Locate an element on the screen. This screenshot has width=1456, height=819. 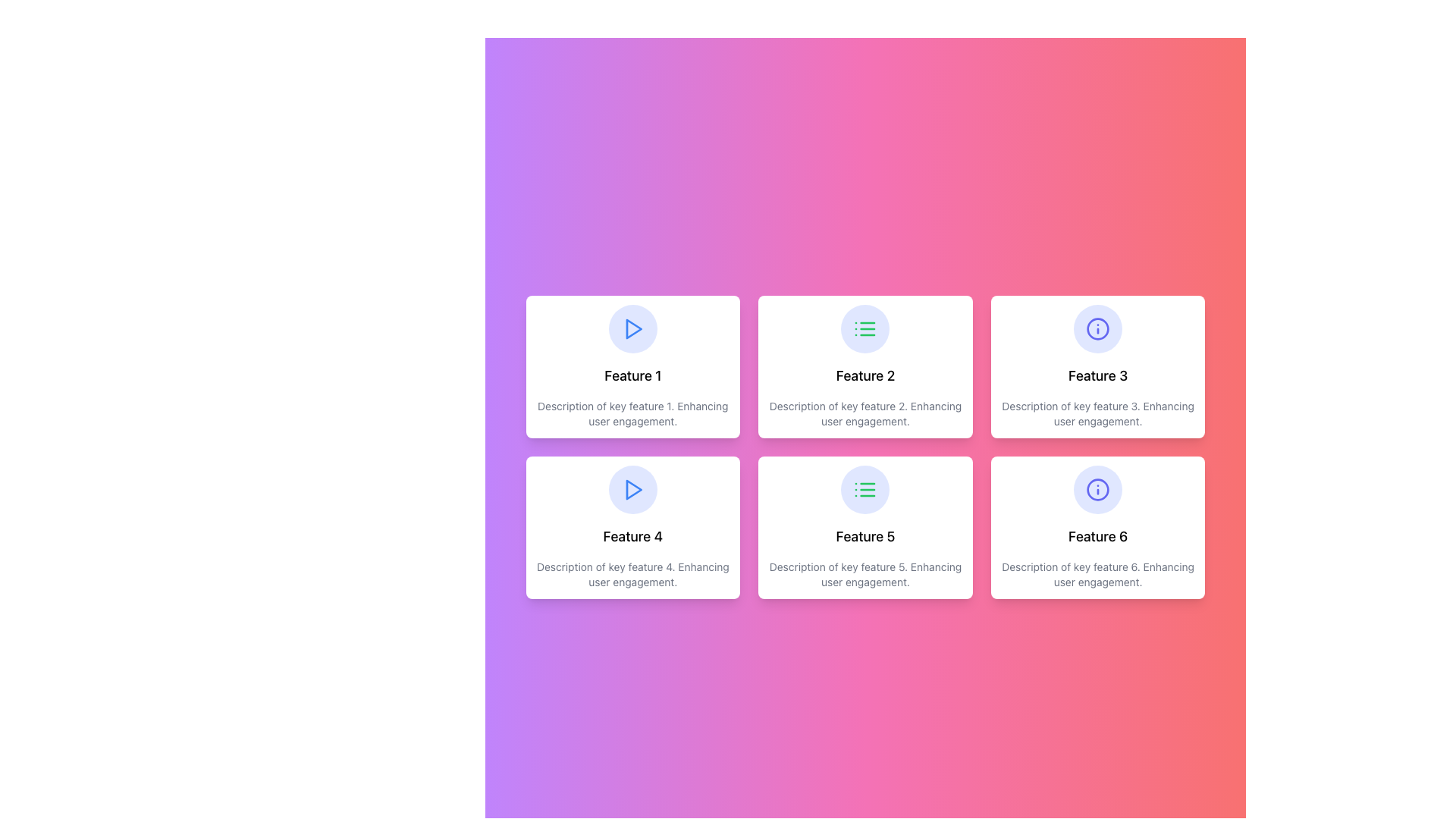
the second feature card in the grid layout is located at coordinates (865, 366).